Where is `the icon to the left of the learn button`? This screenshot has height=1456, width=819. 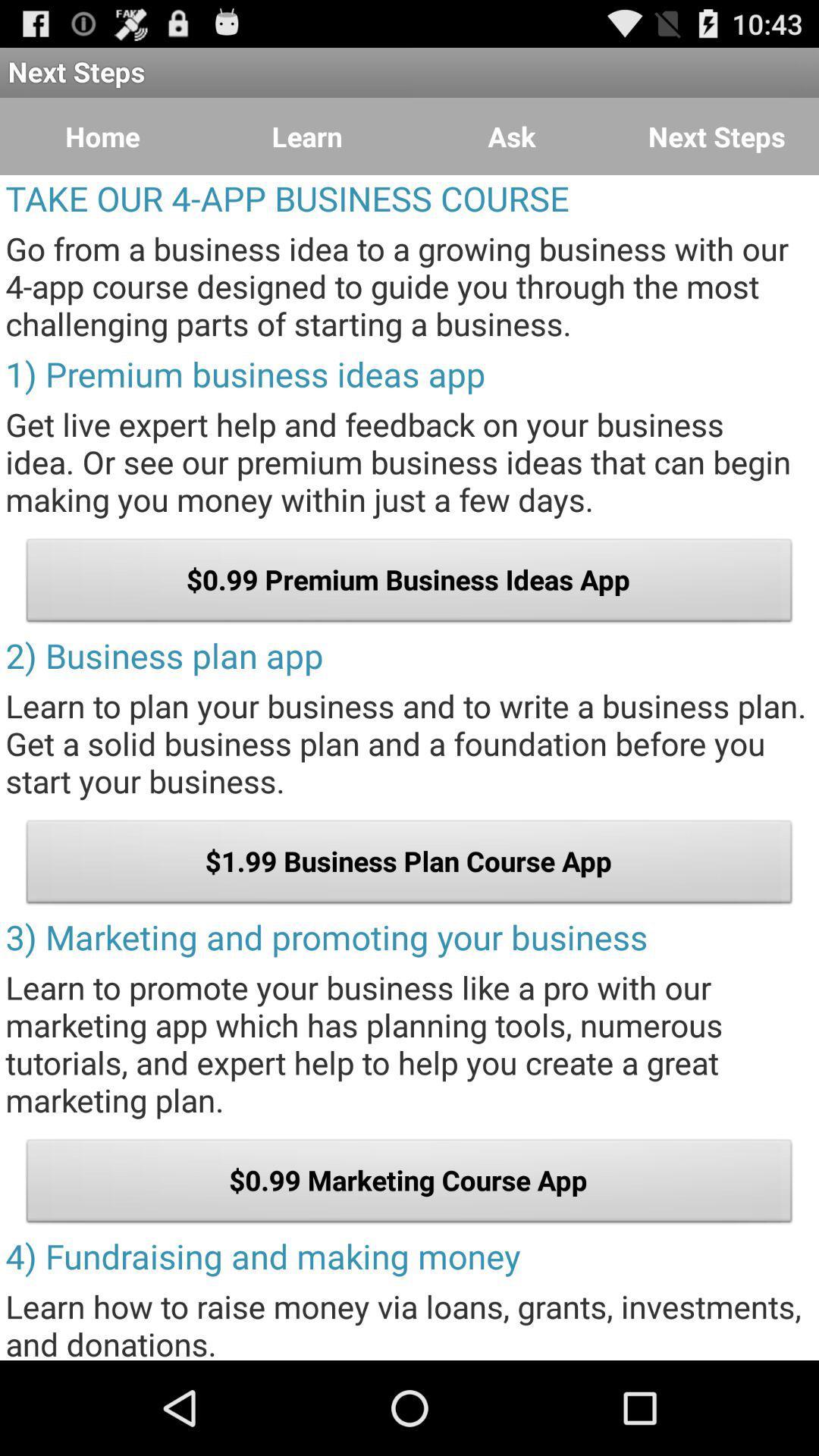
the icon to the left of the learn button is located at coordinates (102, 136).